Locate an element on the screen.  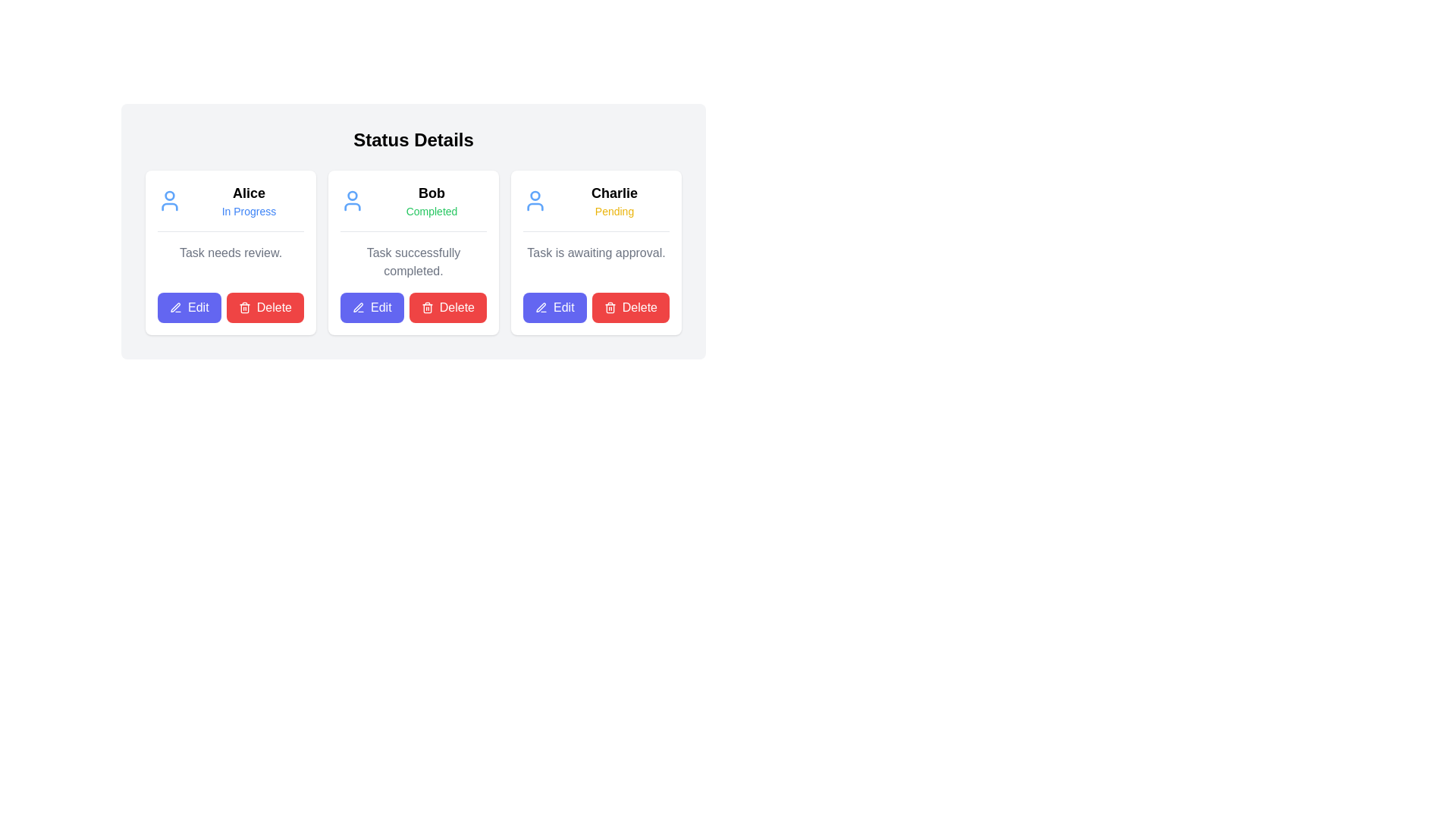
the 'Edit' and 'Delete' buttons in the Action button group below Bob's profile card is located at coordinates (413, 307).